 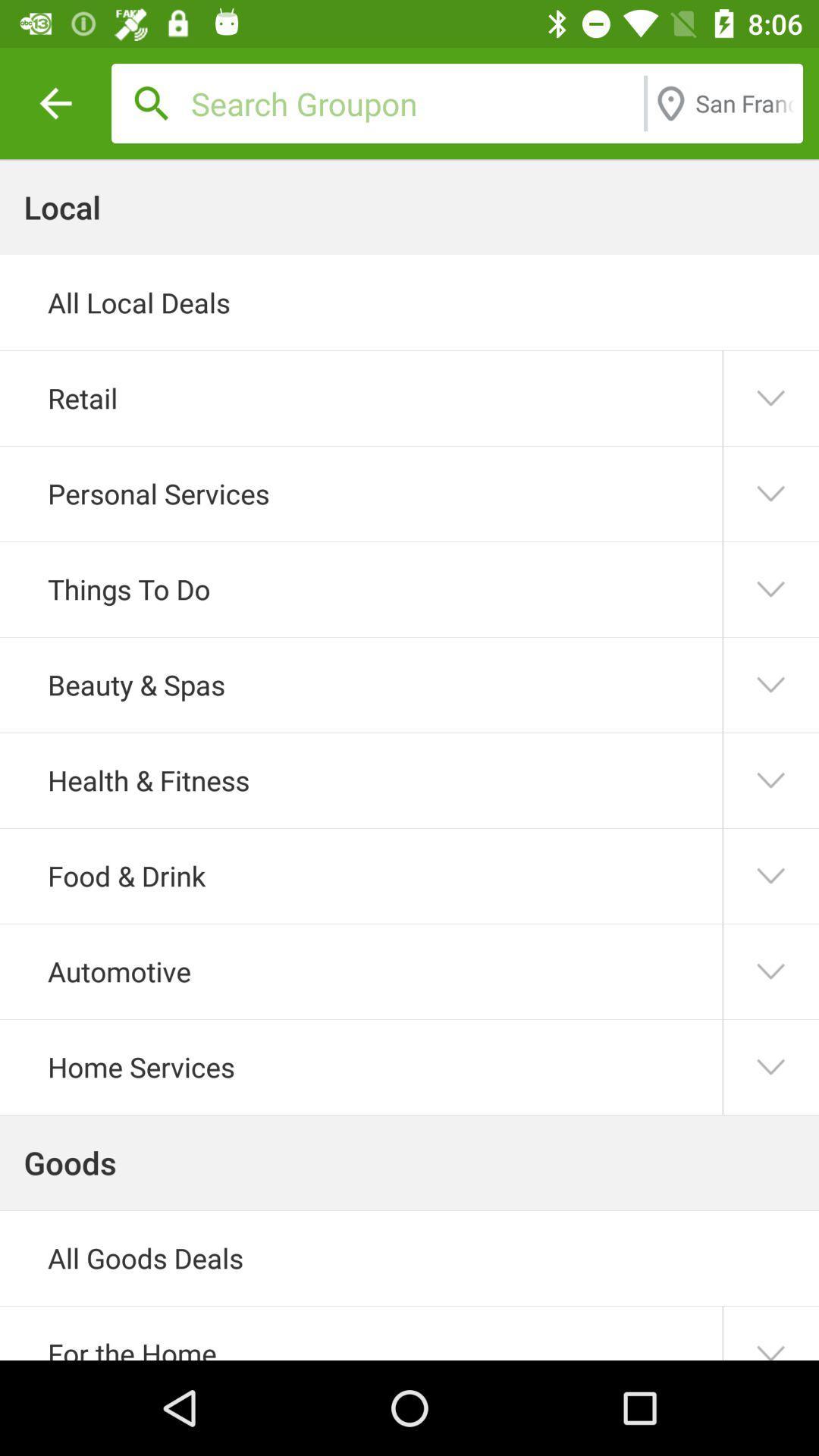 What do you see at coordinates (55, 102) in the screenshot?
I see `icon above the local` at bounding box center [55, 102].